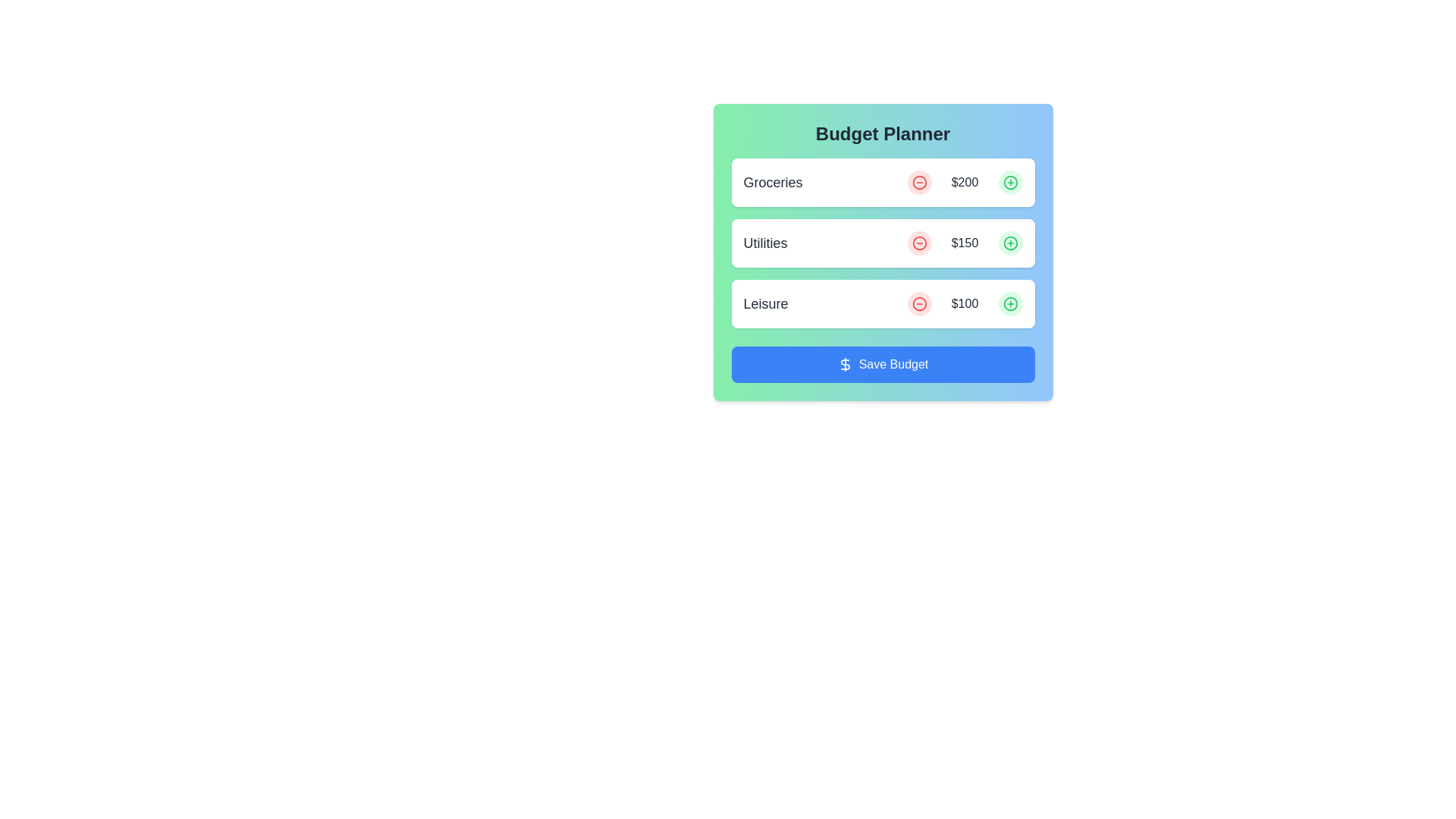 The image size is (1456, 819). Describe the element at coordinates (883, 365) in the screenshot. I see `keyboard navigation` at that location.